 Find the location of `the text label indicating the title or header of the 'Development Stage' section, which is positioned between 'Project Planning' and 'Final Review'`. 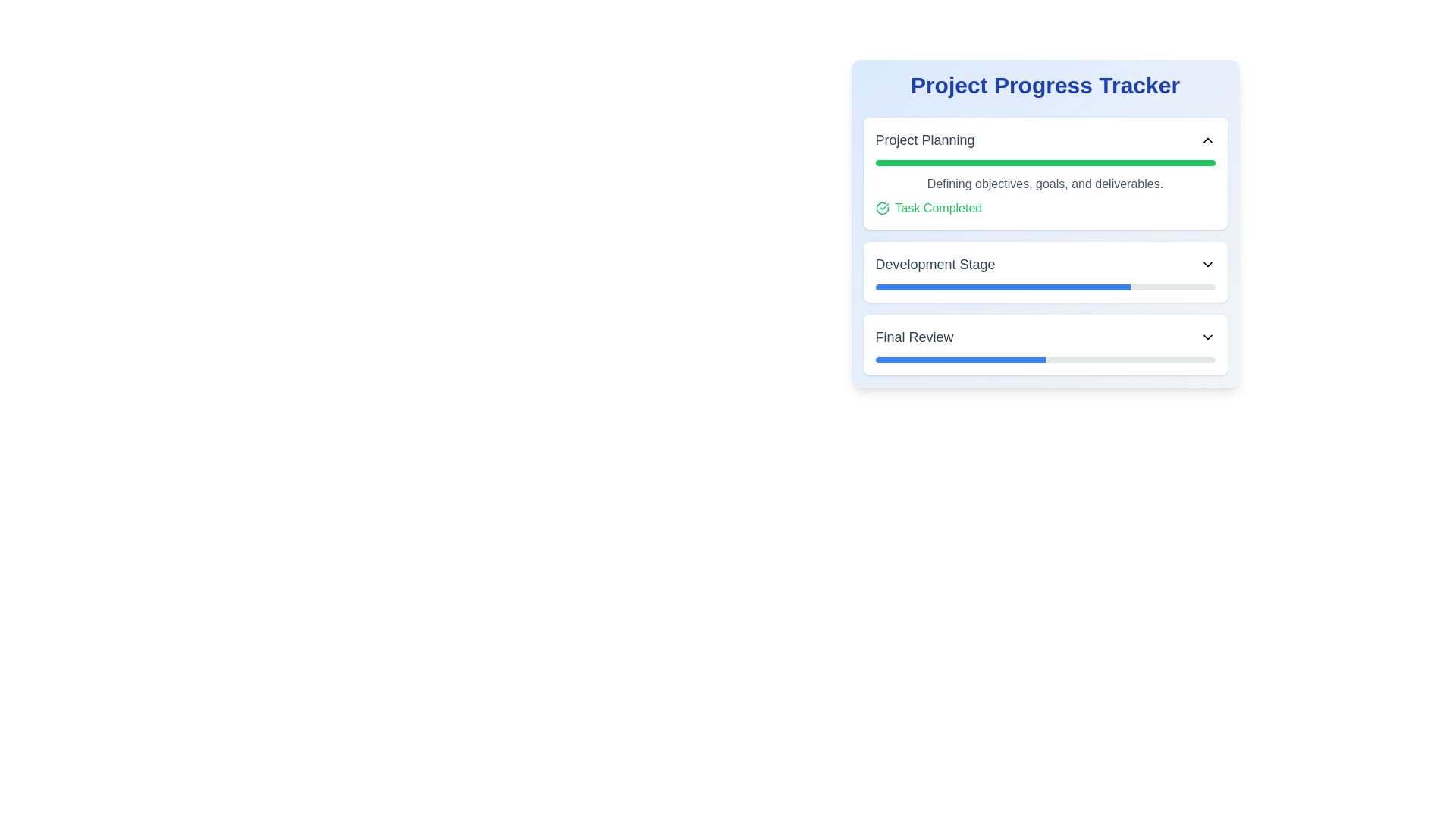

the text label indicating the title or header of the 'Development Stage' section, which is positioned between 'Project Planning' and 'Final Review' is located at coordinates (934, 263).